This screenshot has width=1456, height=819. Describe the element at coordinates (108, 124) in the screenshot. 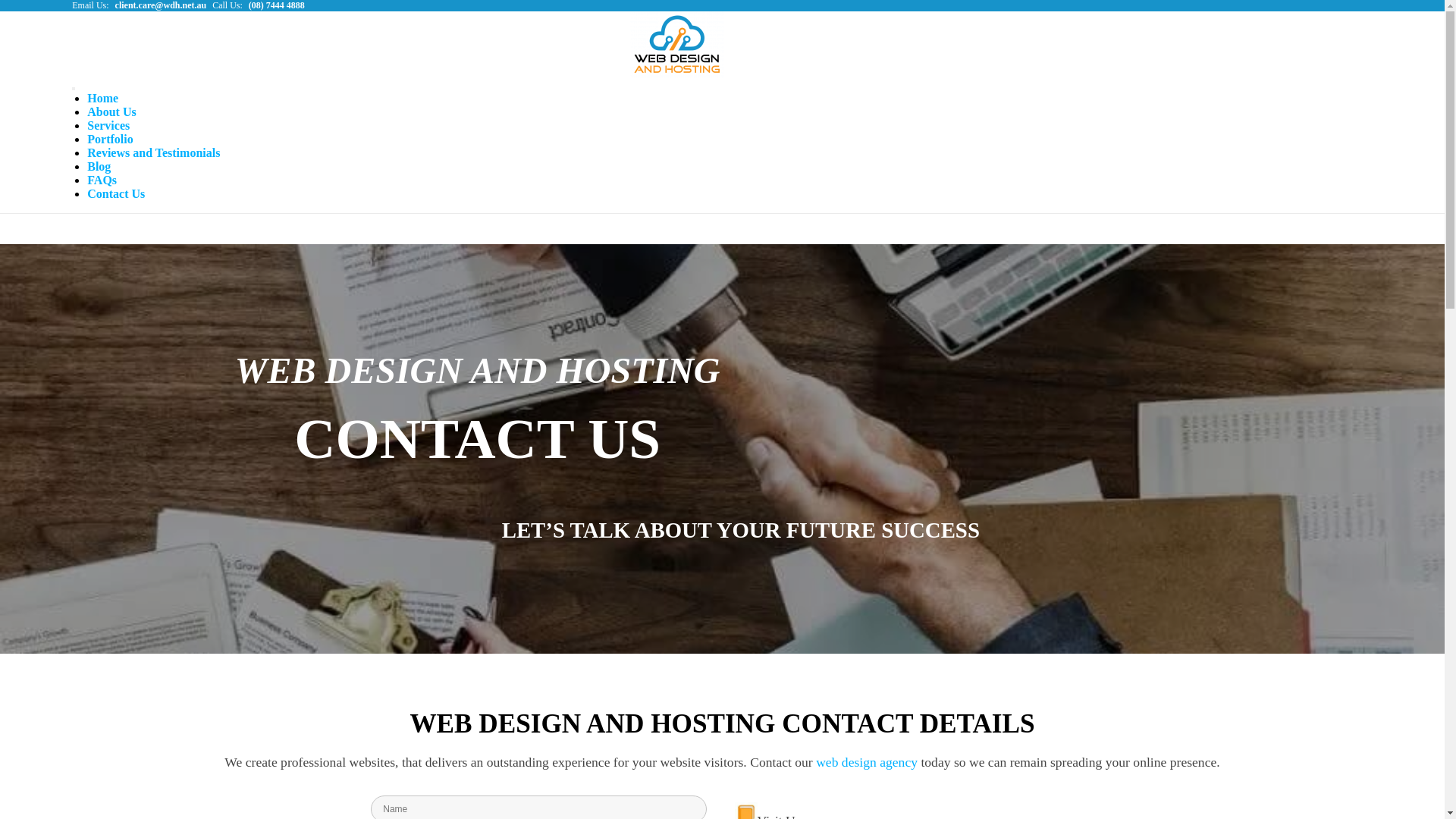

I see `'Services'` at that location.